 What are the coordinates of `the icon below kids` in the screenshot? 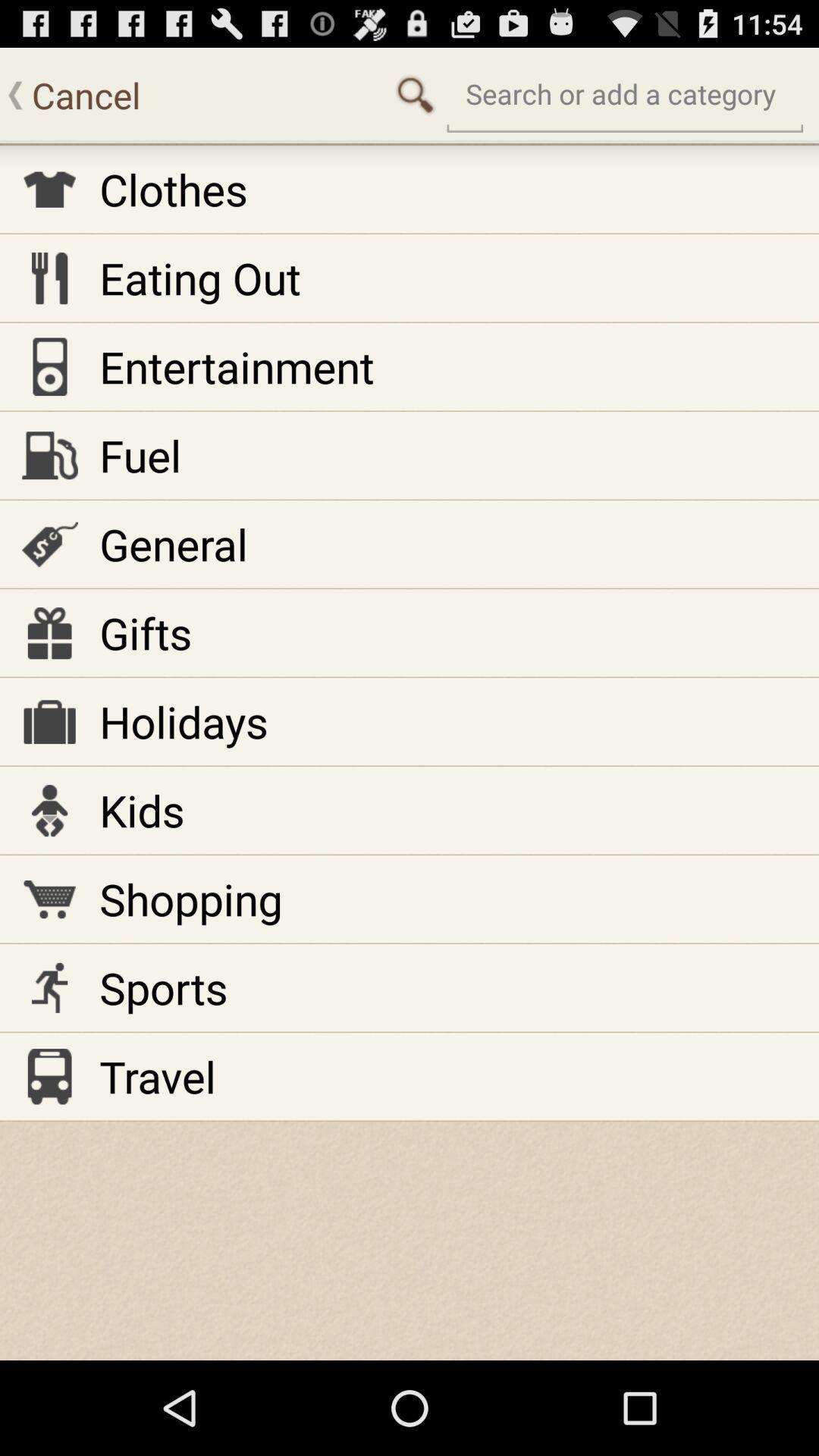 It's located at (190, 899).